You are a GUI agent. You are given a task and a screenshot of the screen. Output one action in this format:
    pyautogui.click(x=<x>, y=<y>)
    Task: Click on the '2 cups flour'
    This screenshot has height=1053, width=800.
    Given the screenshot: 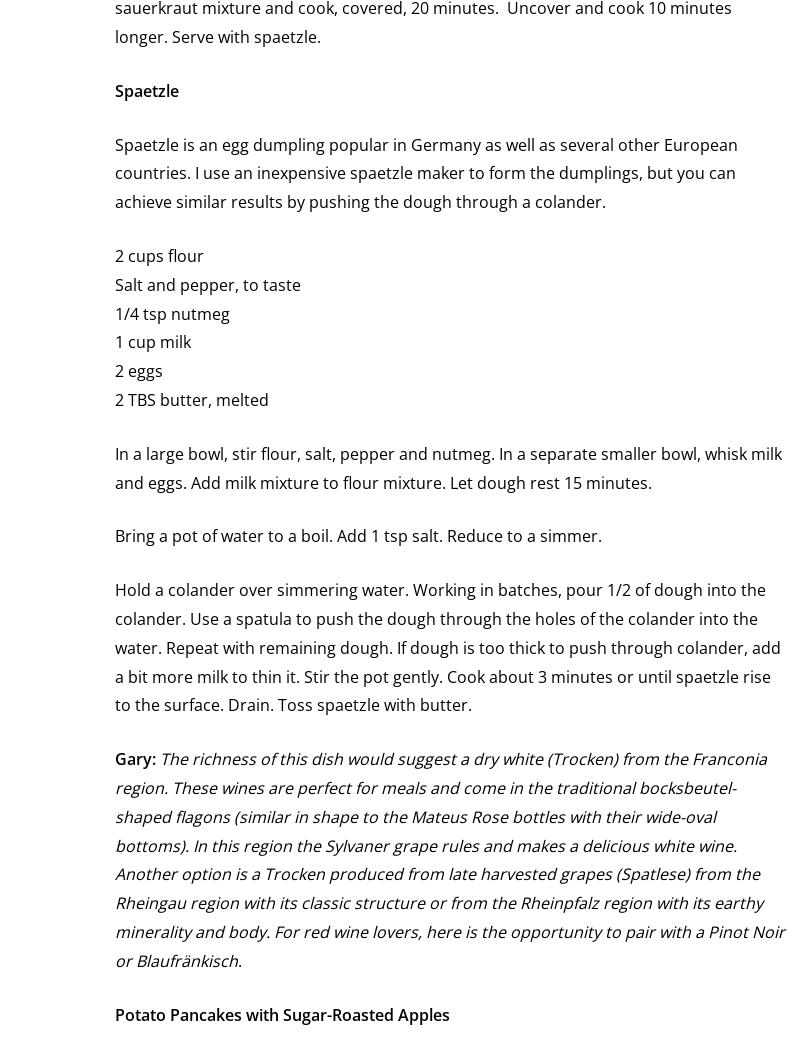 What is the action you would take?
    pyautogui.click(x=159, y=254)
    